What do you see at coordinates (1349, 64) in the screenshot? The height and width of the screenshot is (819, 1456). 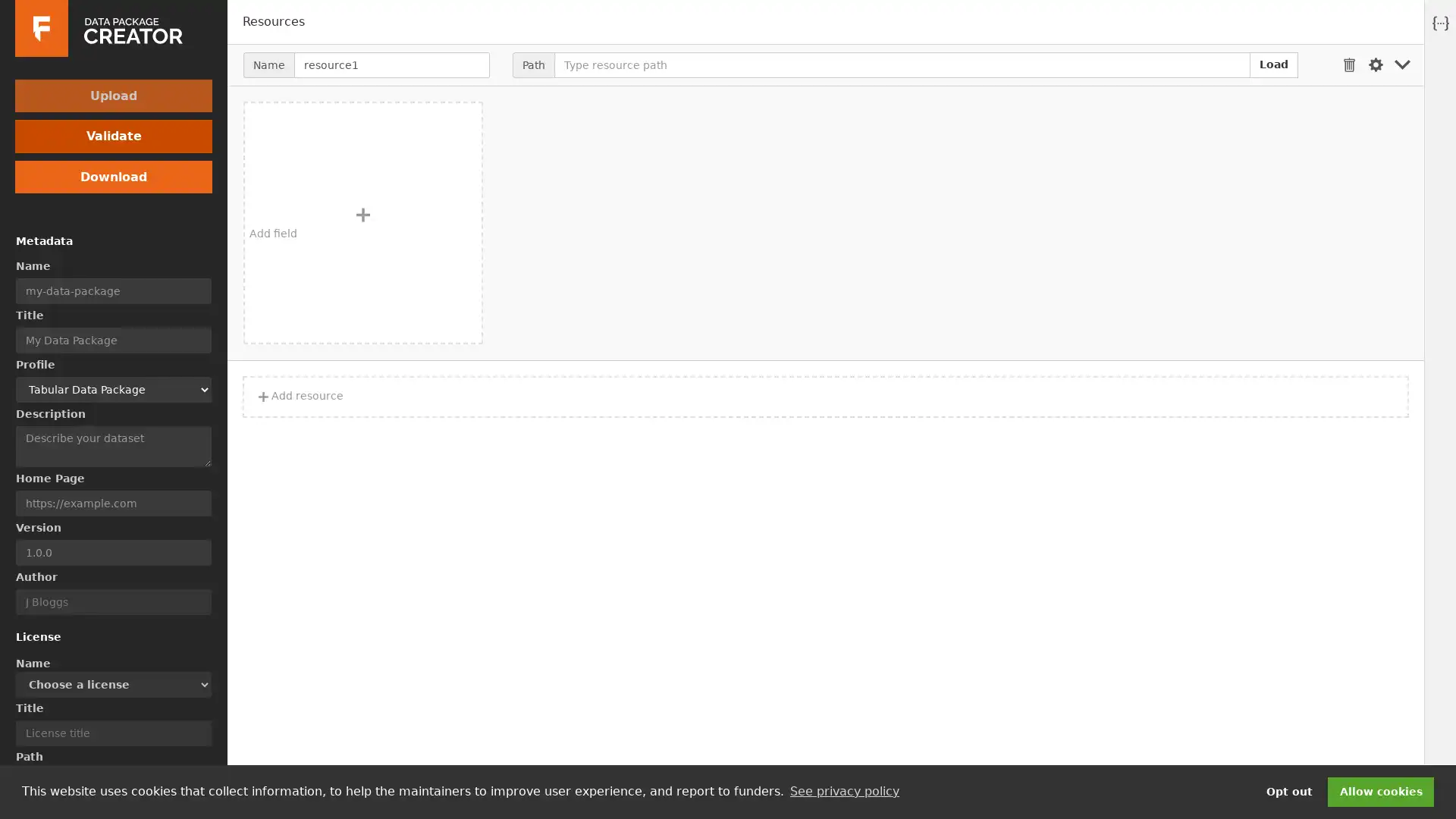 I see `Remove` at bounding box center [1349, 64].